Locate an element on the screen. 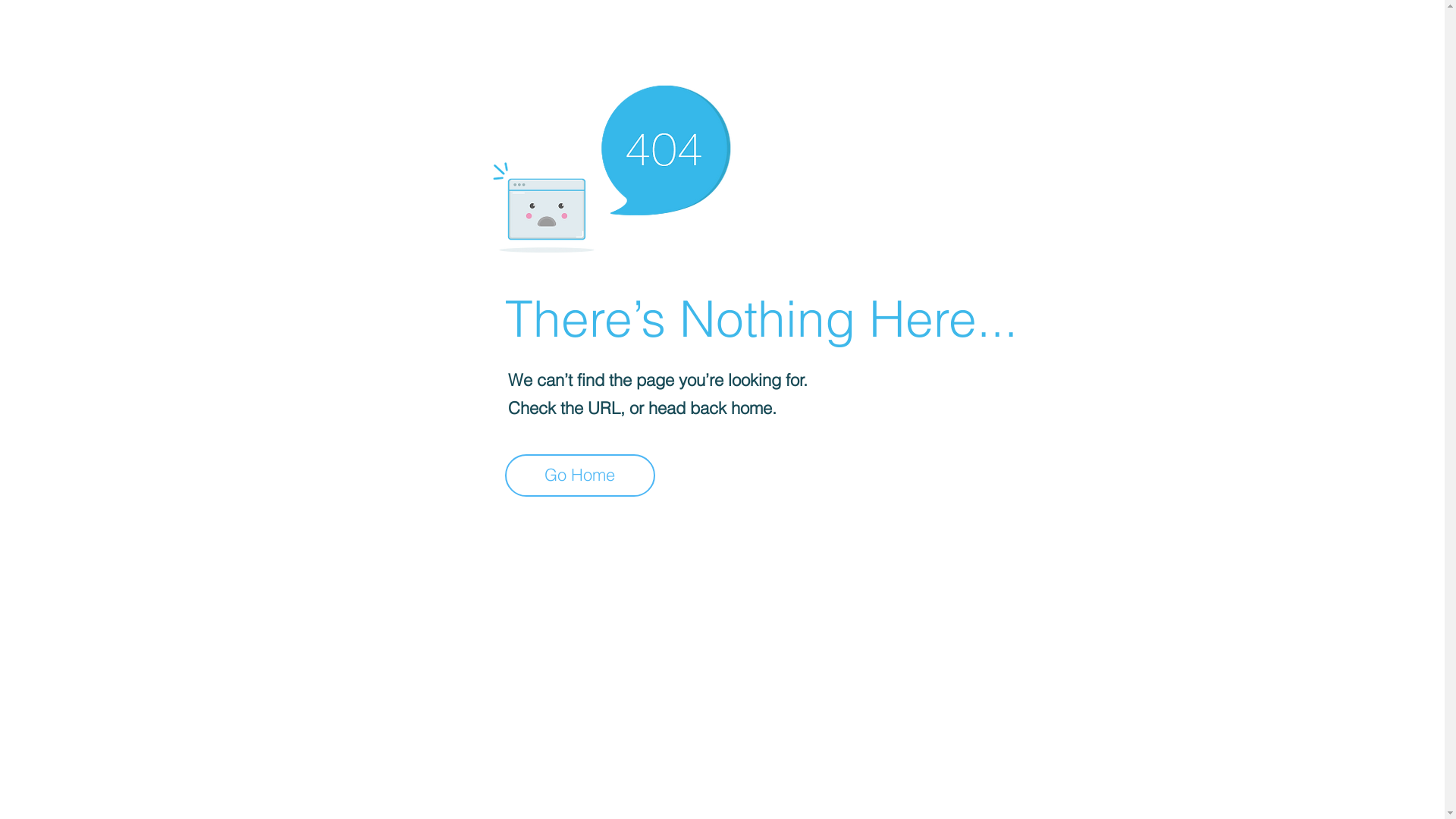 This screenshot has height=819, width=1456. '404-icon_2.png' is located at coordinates (610, 165).